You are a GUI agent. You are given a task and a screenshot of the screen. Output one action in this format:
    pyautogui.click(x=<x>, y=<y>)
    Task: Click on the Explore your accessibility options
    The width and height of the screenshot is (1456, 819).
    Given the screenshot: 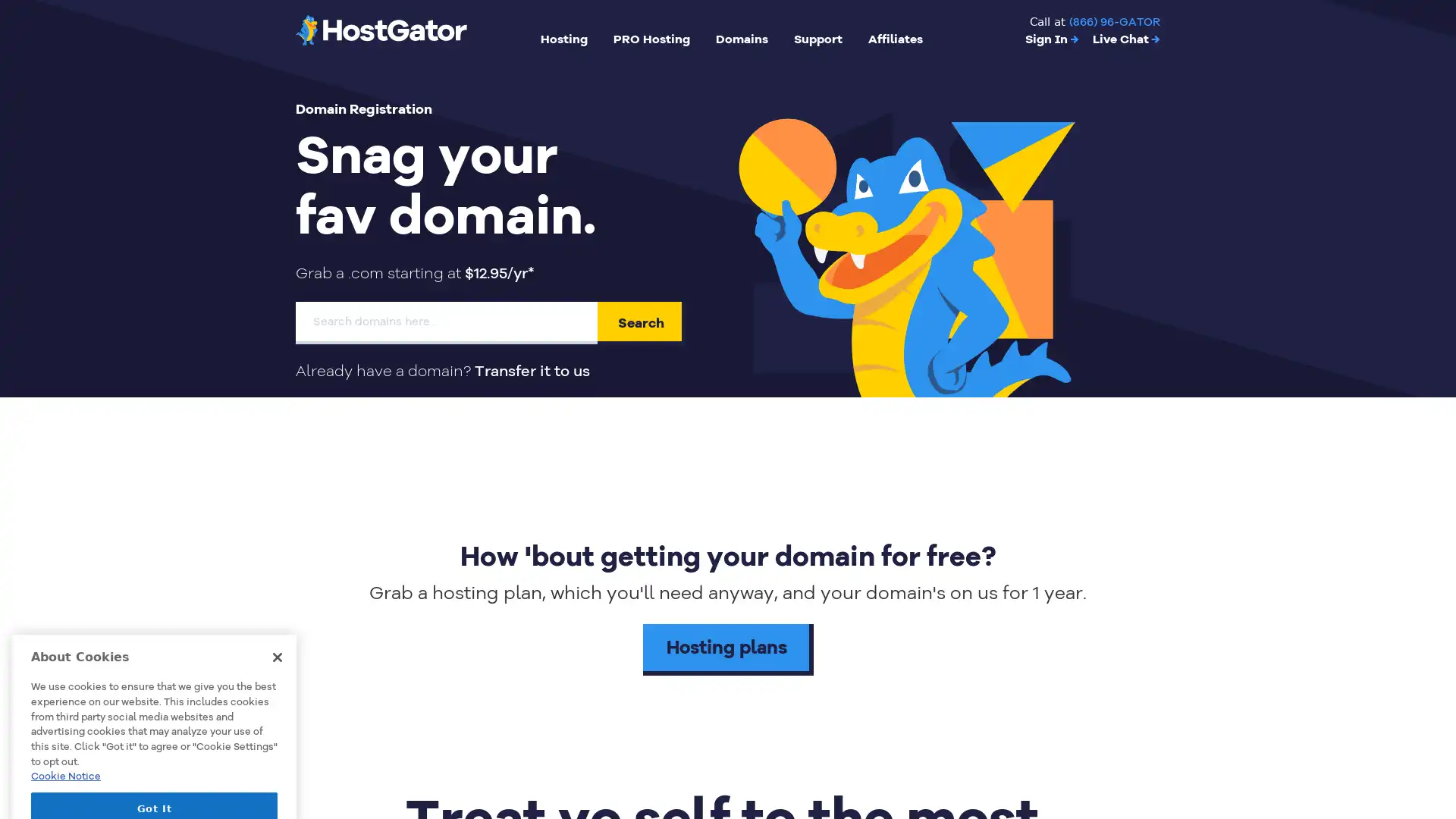 What is the action you would take?
    pyautogui.click(x=1430, y=742)
    